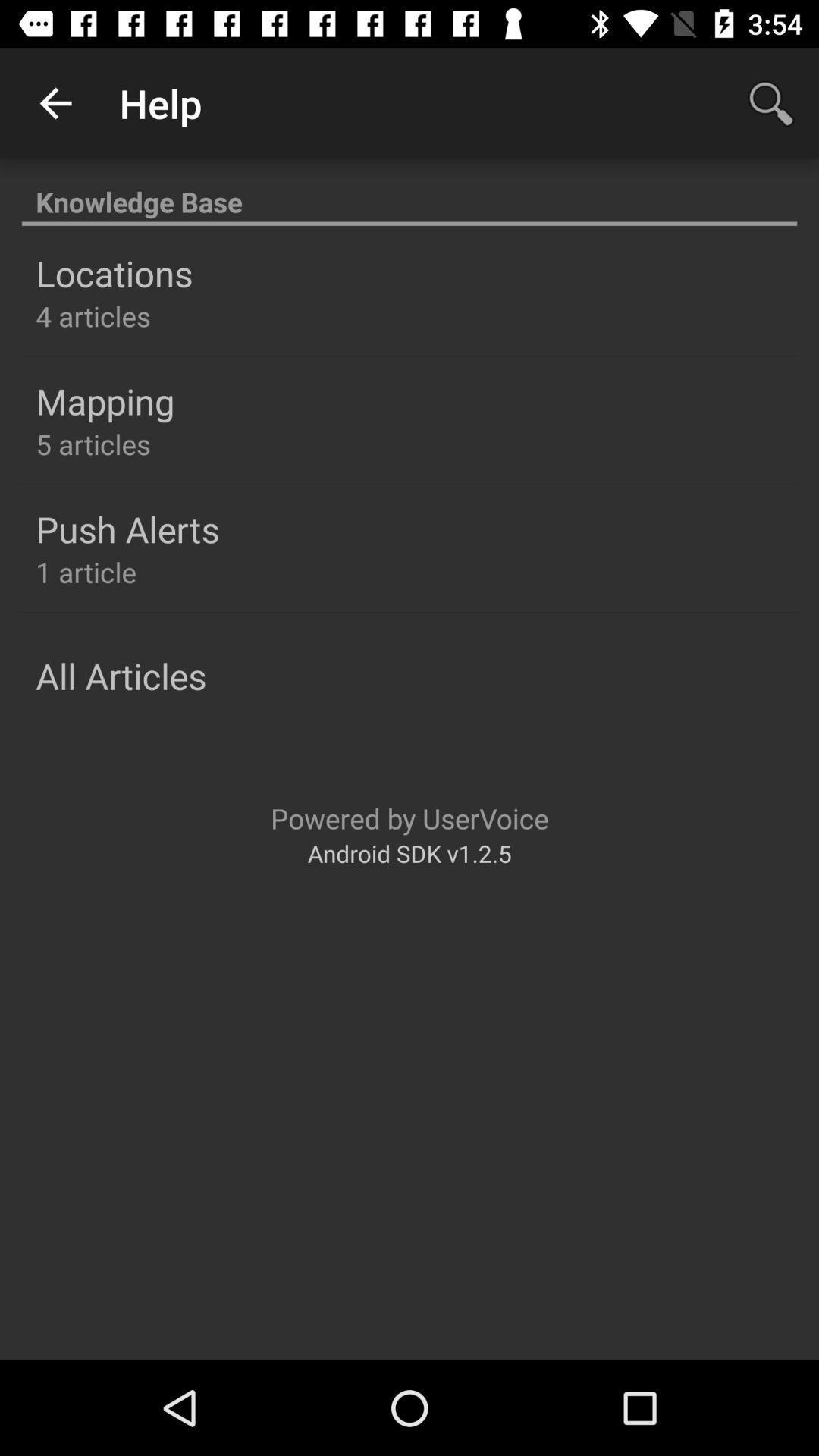 The width and height of the screenshot is (819, 1456). What do you see at coordinates (93, 315) in the screenshot?
I see `4 articles icon` at bounding box center [93, 315].